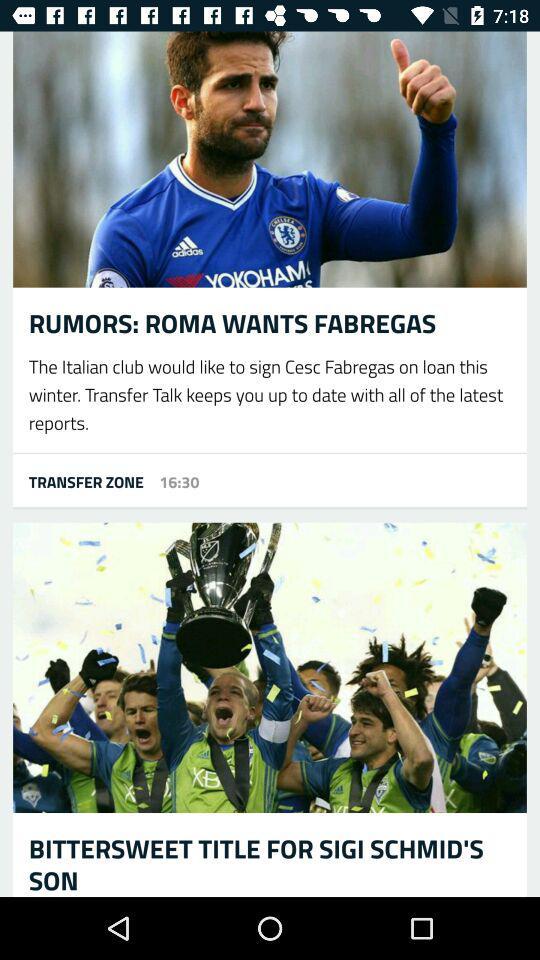 The width and height of the screenshot is (540, 960). I want to click on the transfer zone icon, so click(77, 480).